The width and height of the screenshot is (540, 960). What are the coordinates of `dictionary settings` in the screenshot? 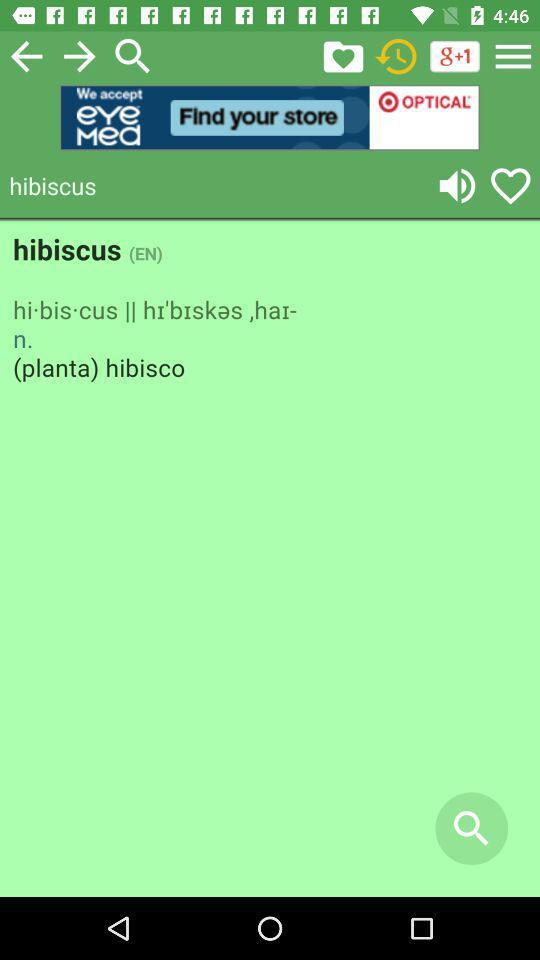 It's located at (513, 55).